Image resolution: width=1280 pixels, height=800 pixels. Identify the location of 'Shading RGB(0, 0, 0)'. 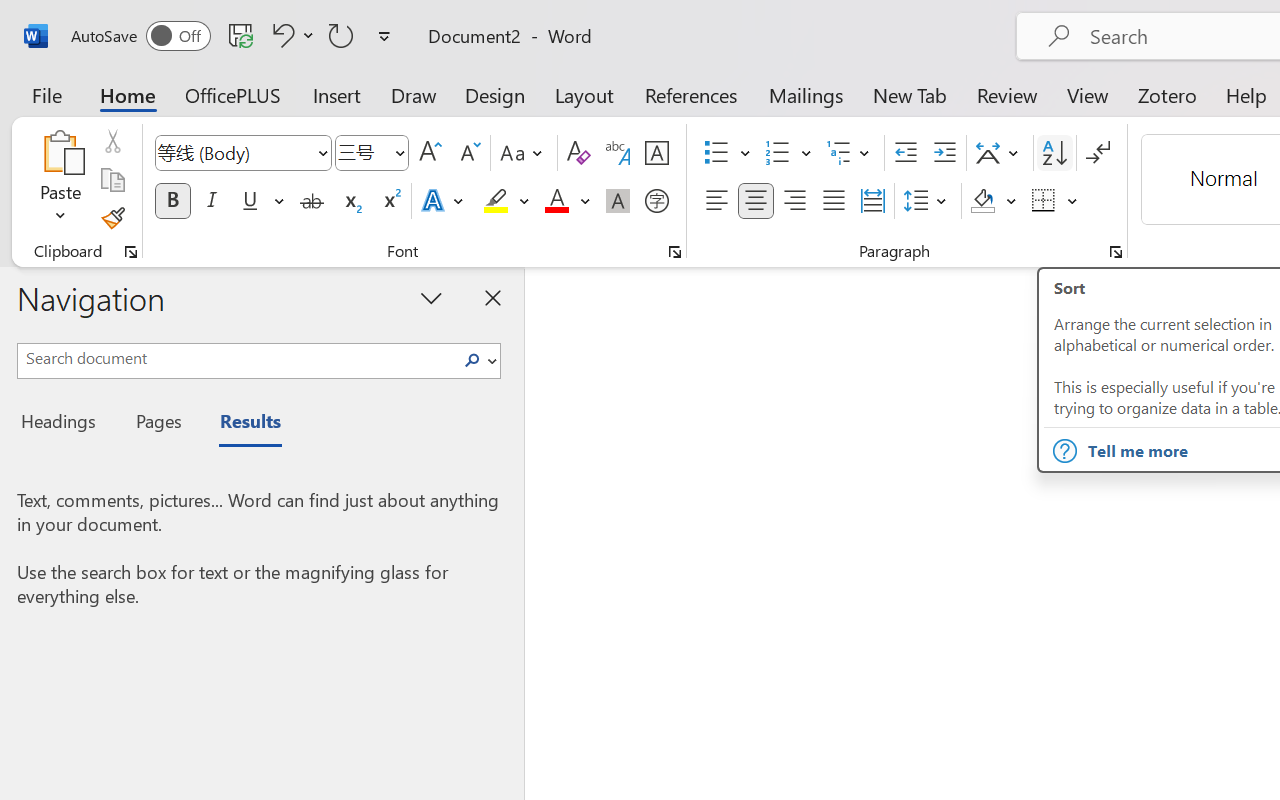
(983, 201).